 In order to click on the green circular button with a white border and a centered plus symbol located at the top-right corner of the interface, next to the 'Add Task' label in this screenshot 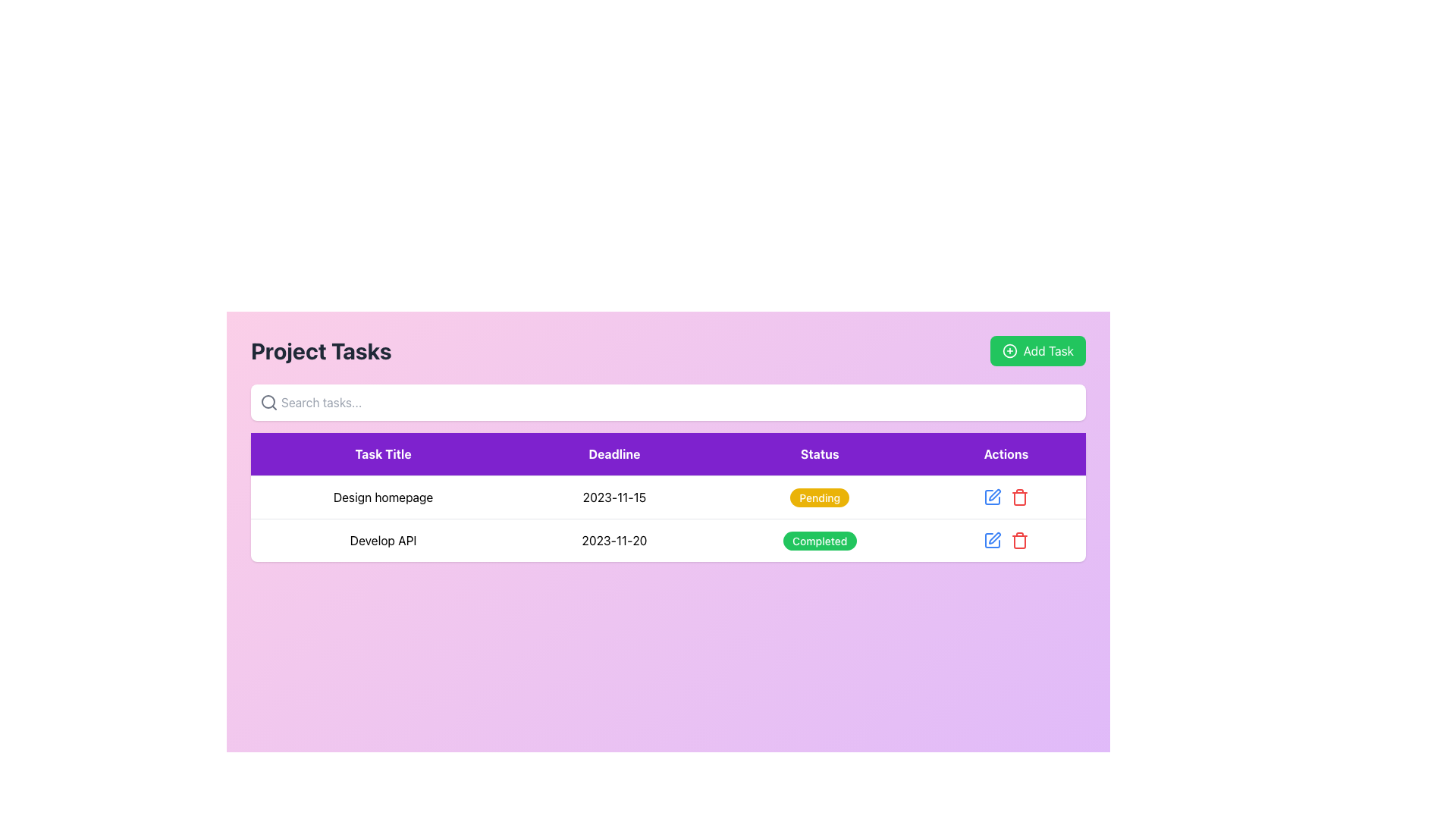, I will do `click(1009, 350)`.